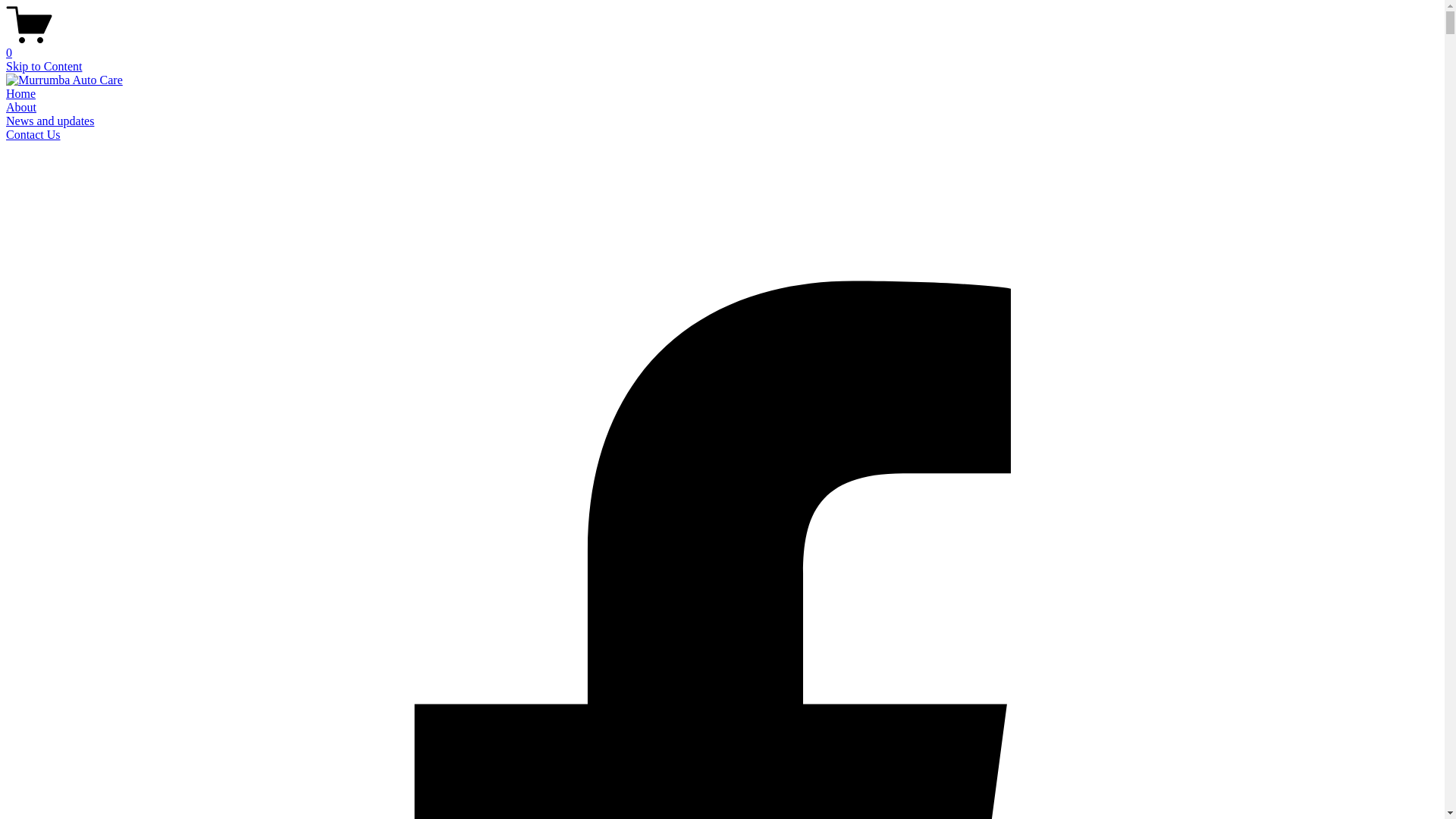  I want to click on 'About', so click(6, 106).